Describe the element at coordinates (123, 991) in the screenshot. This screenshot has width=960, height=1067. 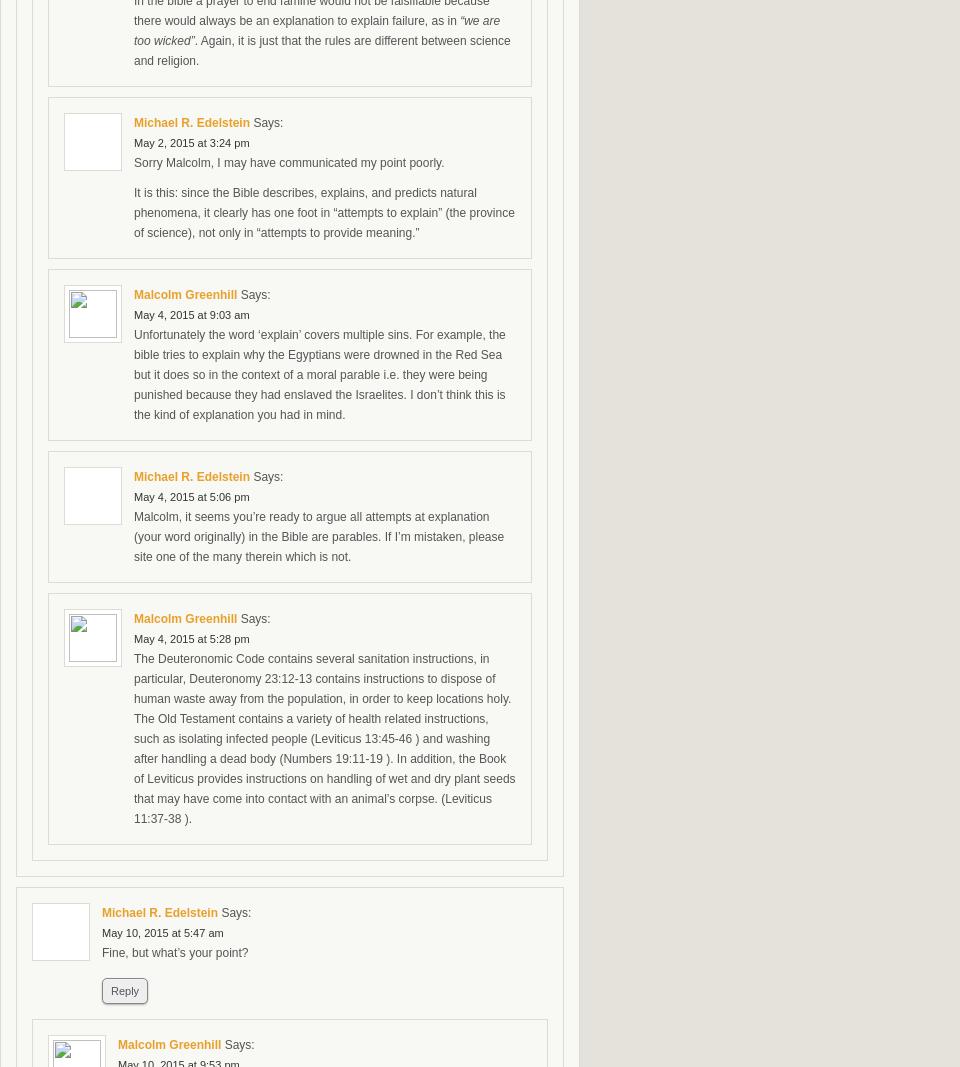
I see `'Reply'` at that location.